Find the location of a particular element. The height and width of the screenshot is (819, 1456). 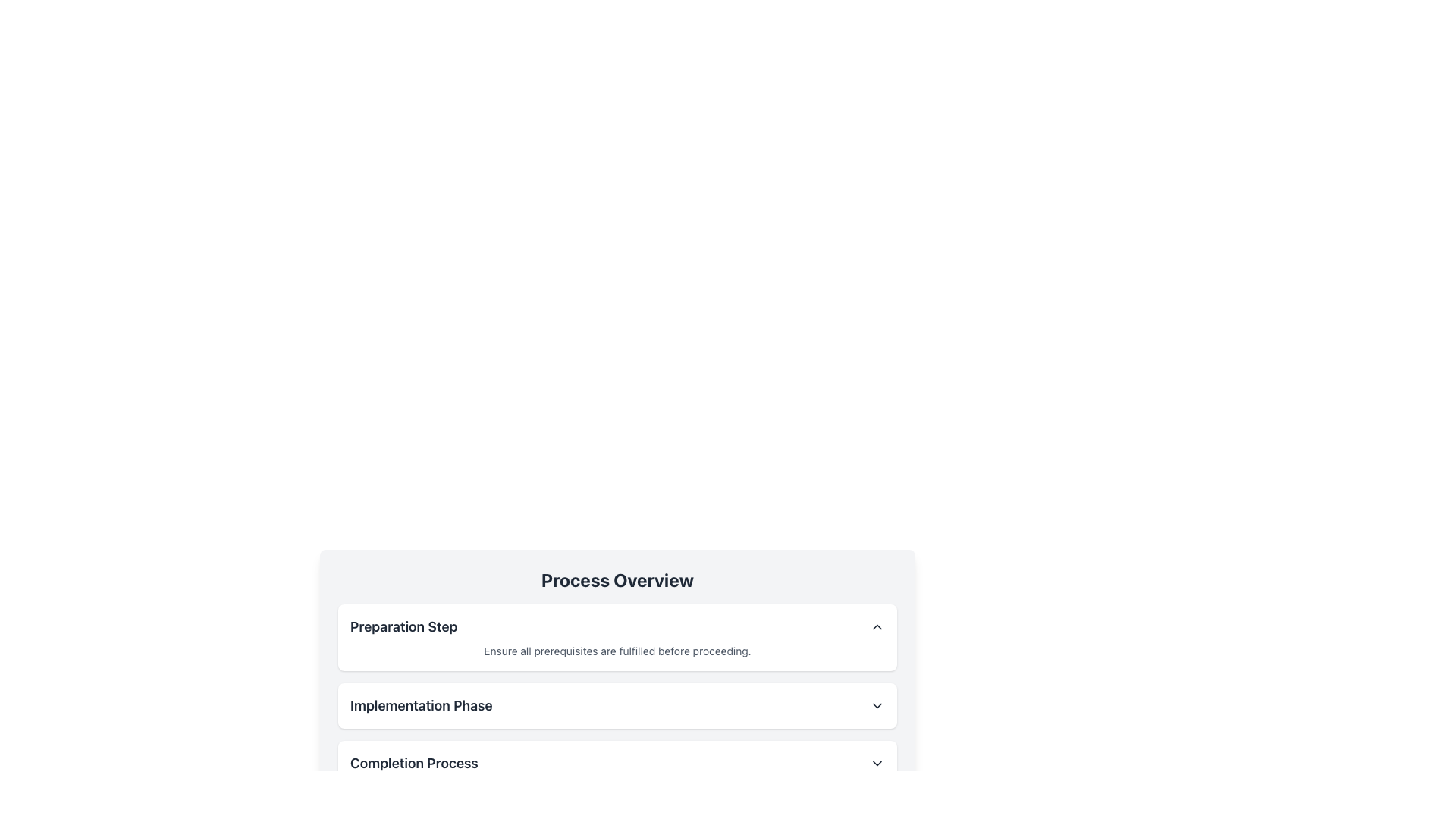

the 'Completion Process' dropdown accordion title is located at coordinates (617, 763).